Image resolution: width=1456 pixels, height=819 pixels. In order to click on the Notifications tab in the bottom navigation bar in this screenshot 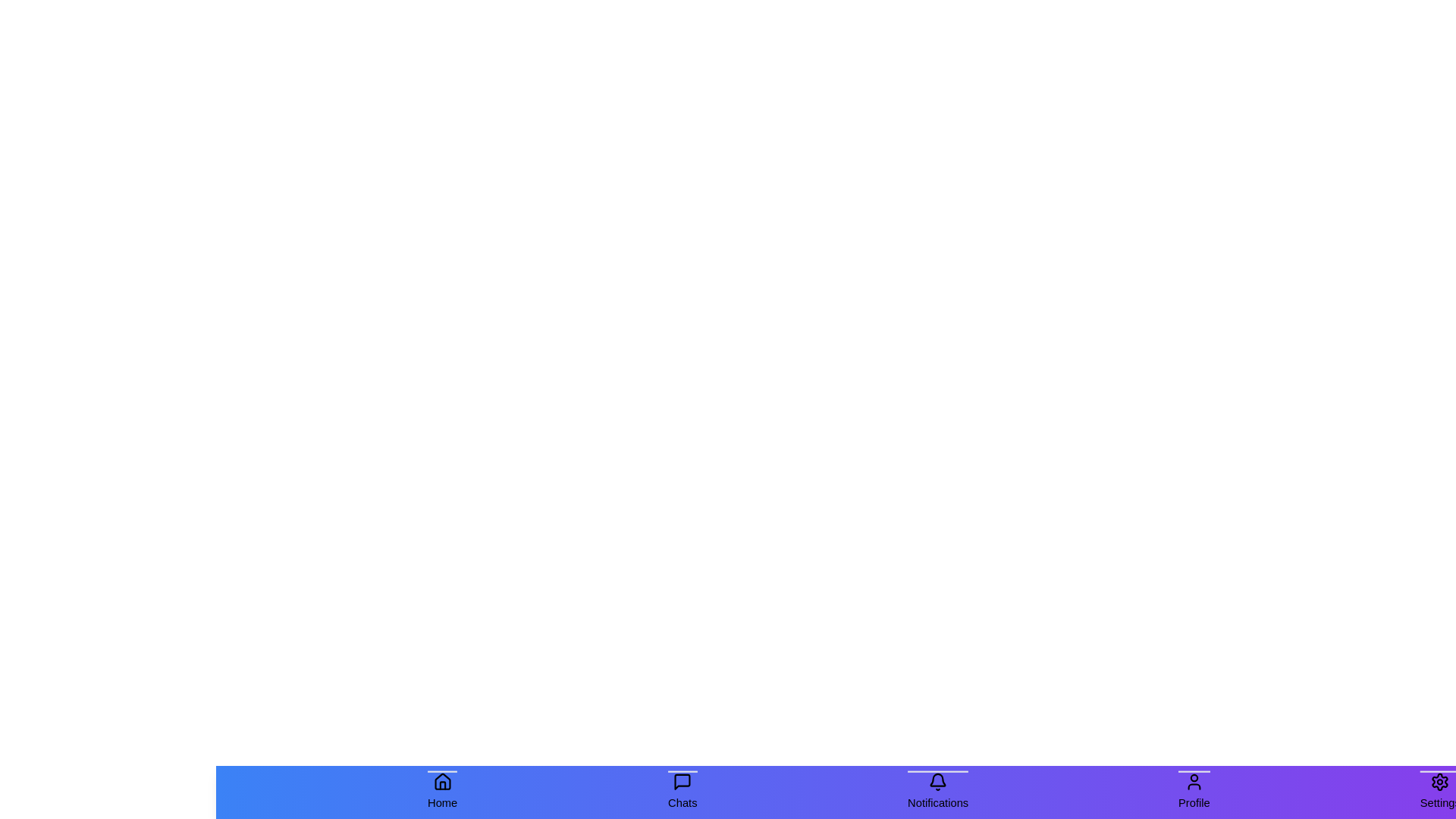, I will do `click(937, 792)`.